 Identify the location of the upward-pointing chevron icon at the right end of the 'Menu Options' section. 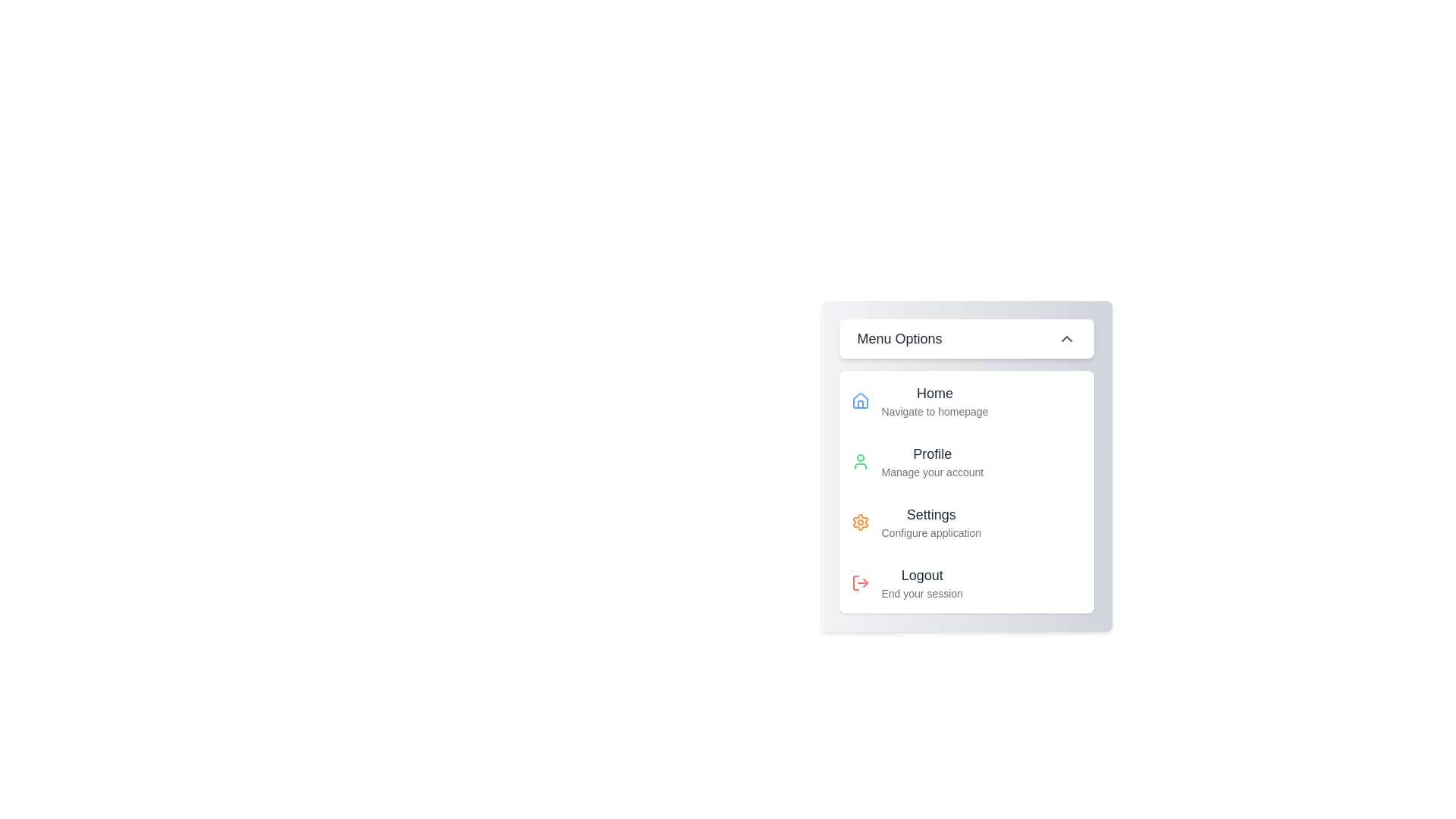
(1065, 338).